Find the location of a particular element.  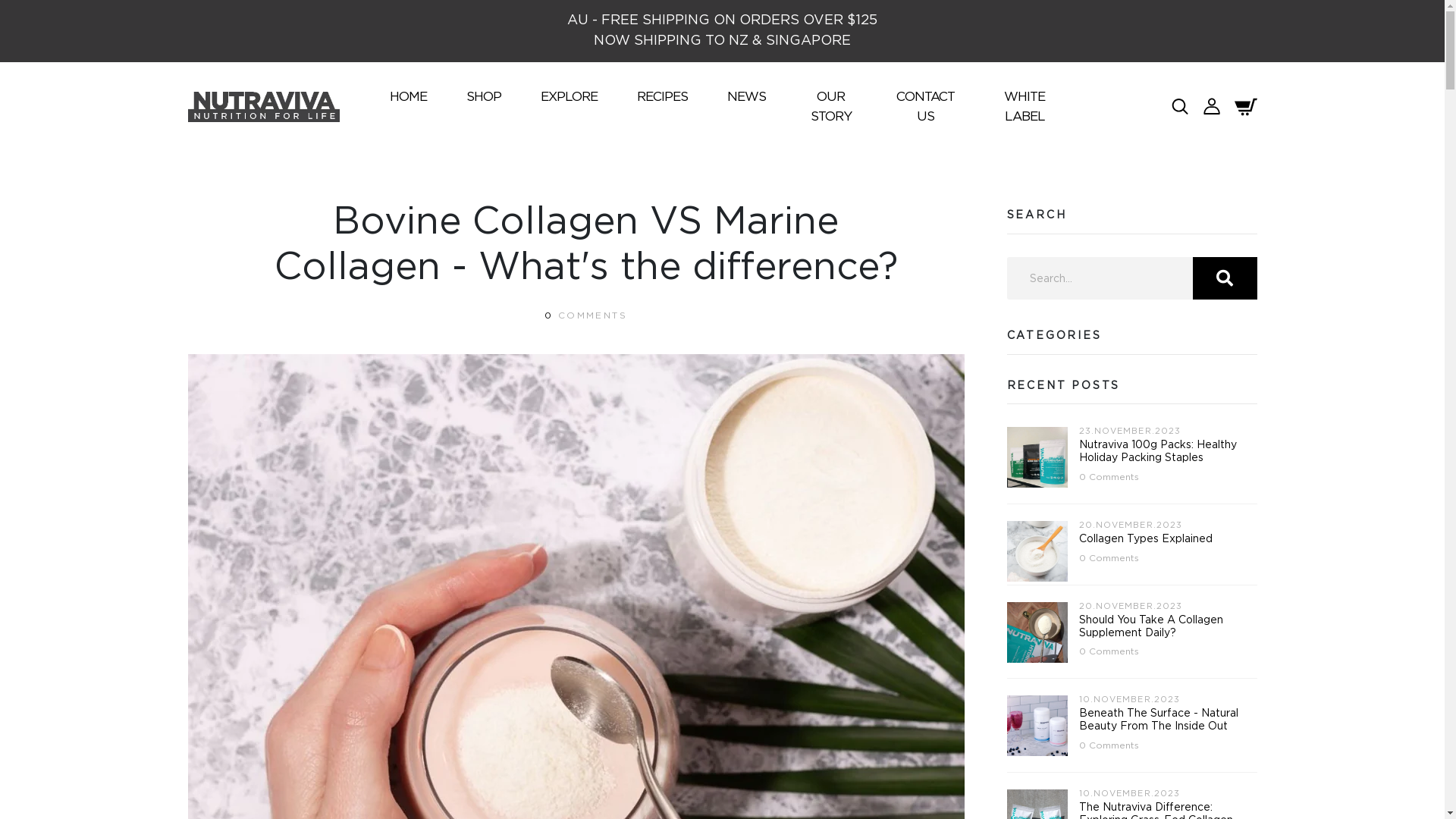

'NEWS' is located at coordinates (720, 96).